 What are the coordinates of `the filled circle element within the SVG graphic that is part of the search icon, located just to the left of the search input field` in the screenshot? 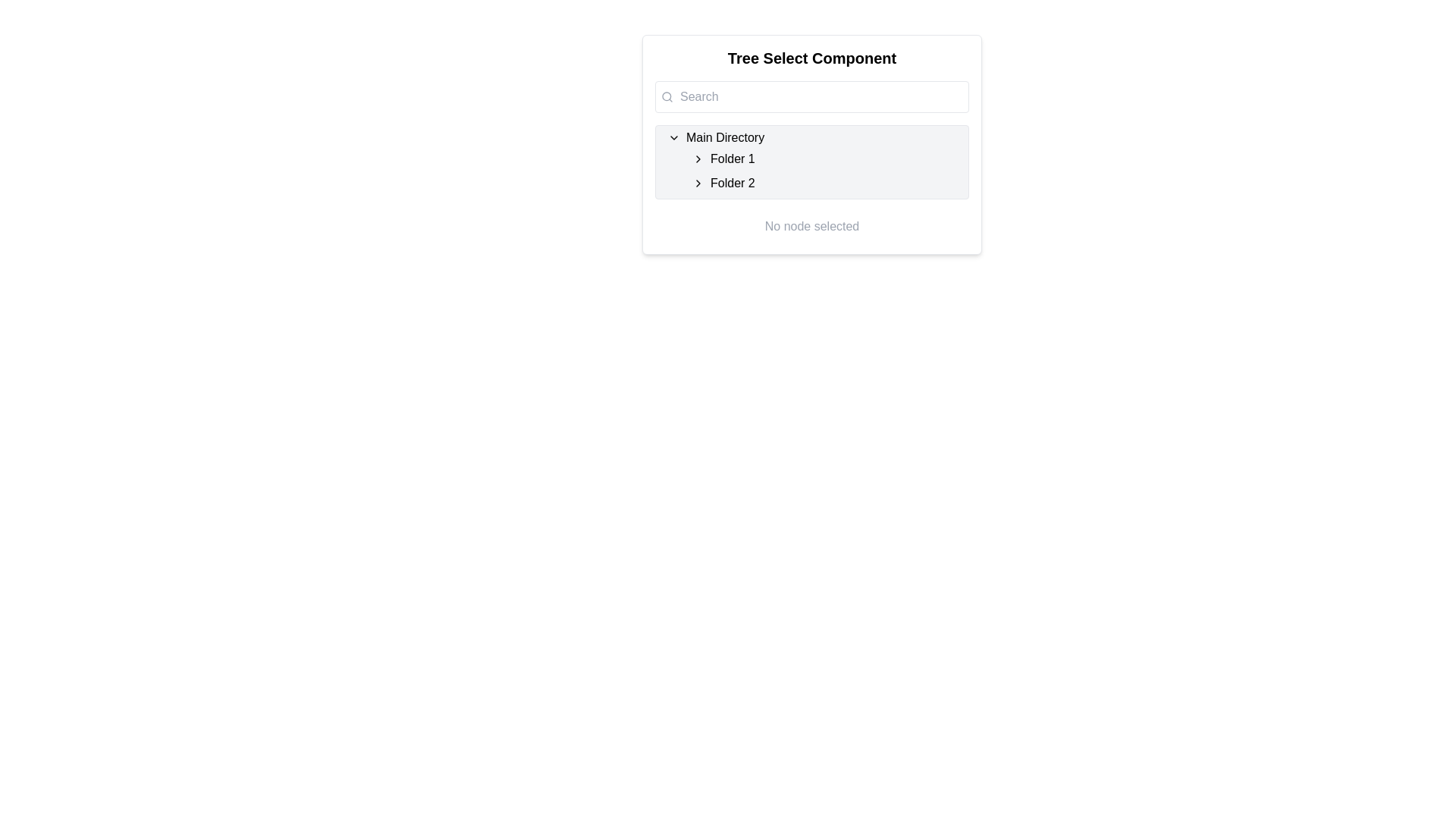 It's located at (667, 96).